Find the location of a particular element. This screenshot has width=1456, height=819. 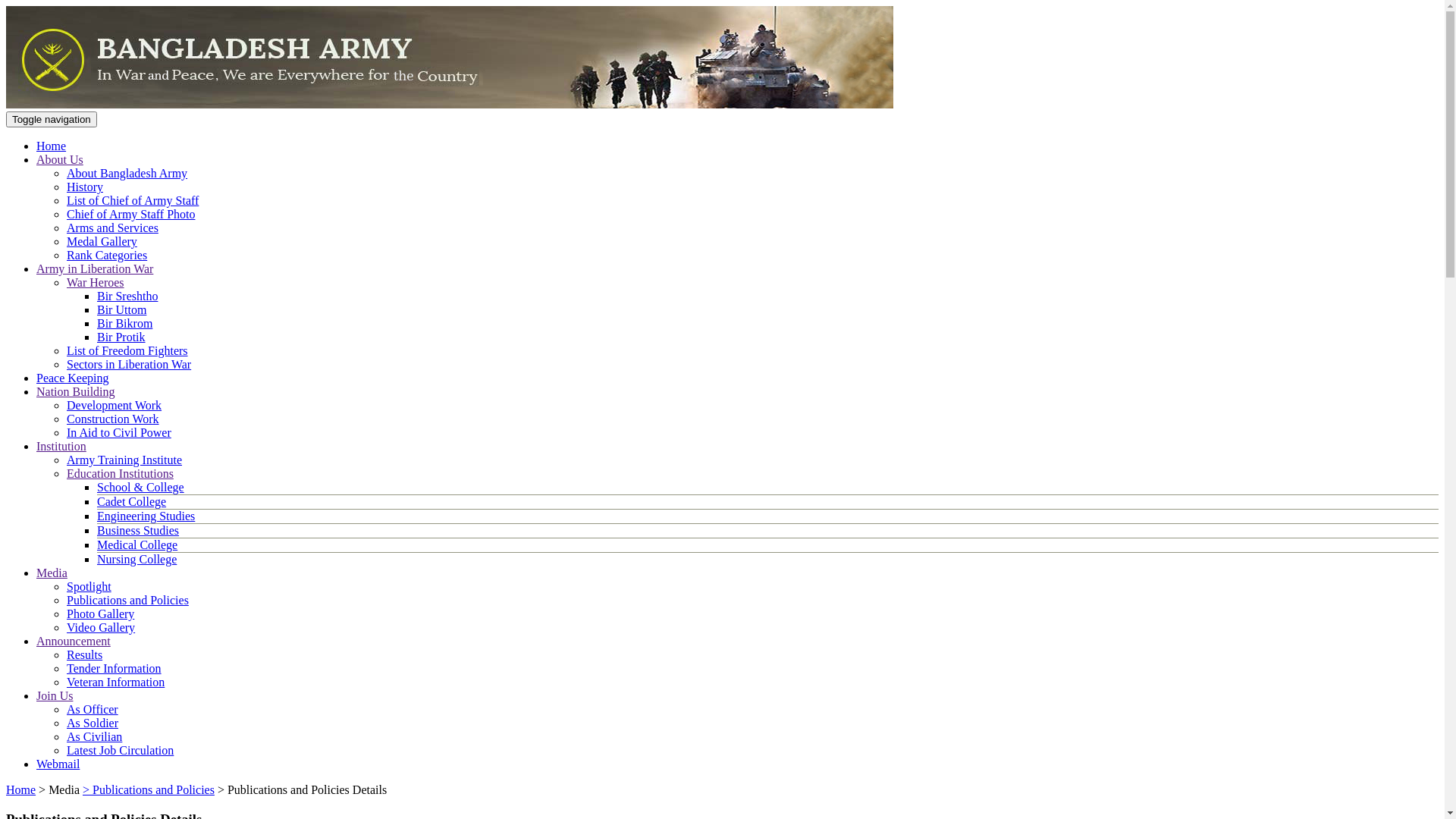

'War Heroes' is located at coordinates (94, 282).